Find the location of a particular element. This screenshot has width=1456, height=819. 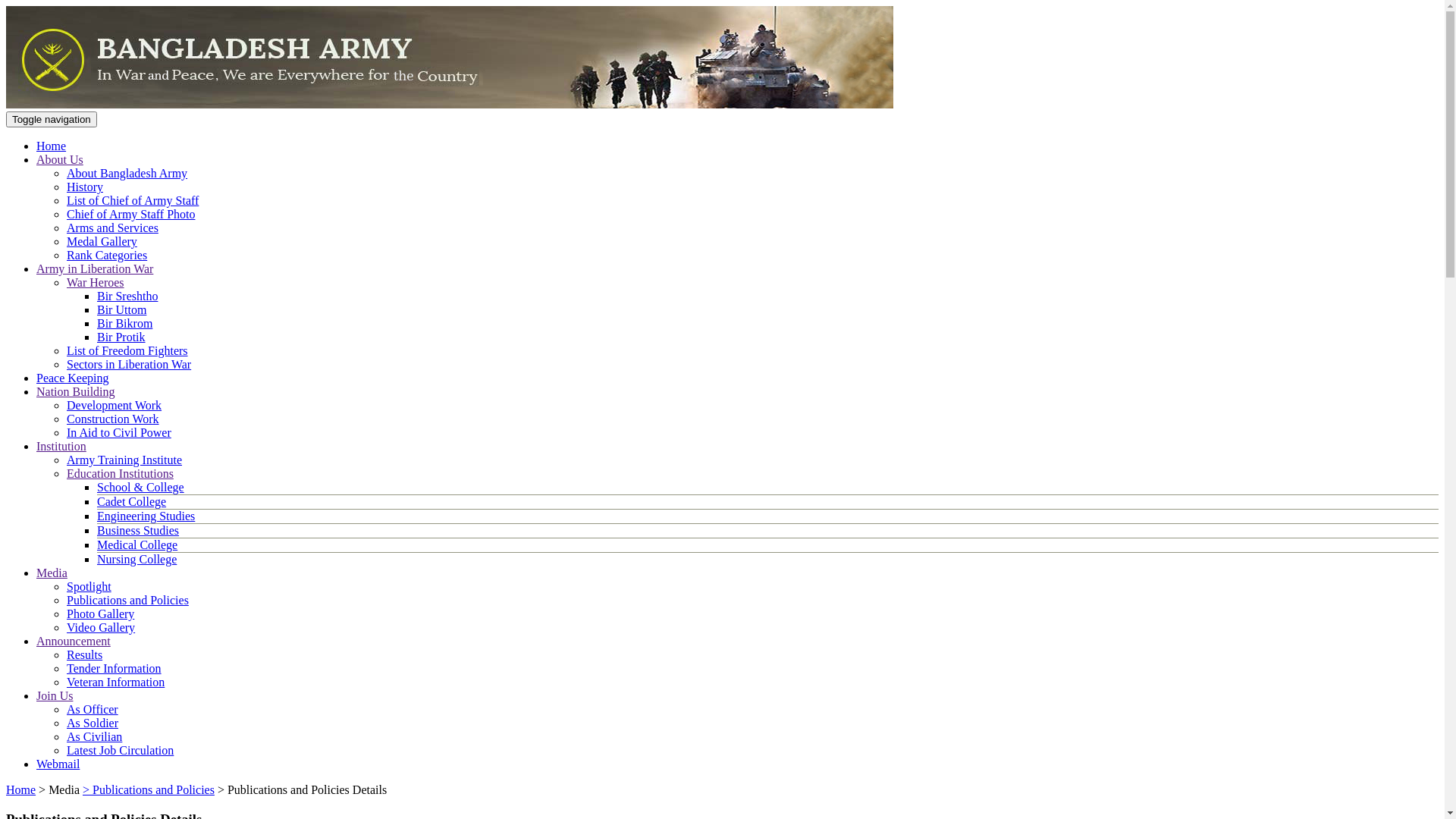

'War Heroes' is located at coordinates (94, 282).